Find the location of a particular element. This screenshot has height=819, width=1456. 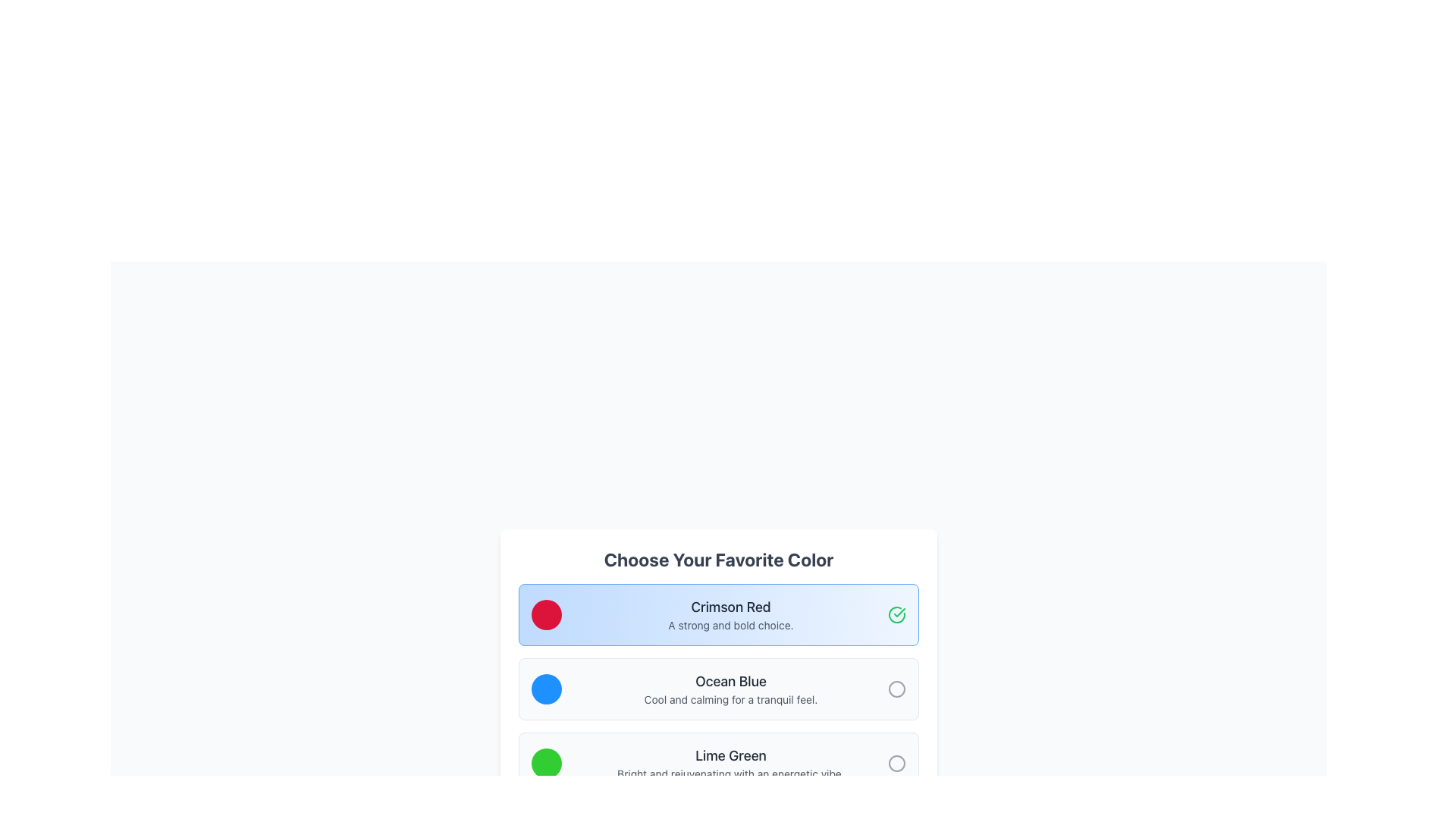

the checkmark icon within the SVG that indicates selection or success for the 'Crimson Red' color option, located at the top-right corner of its selection card is located at coordinates (899, 611).